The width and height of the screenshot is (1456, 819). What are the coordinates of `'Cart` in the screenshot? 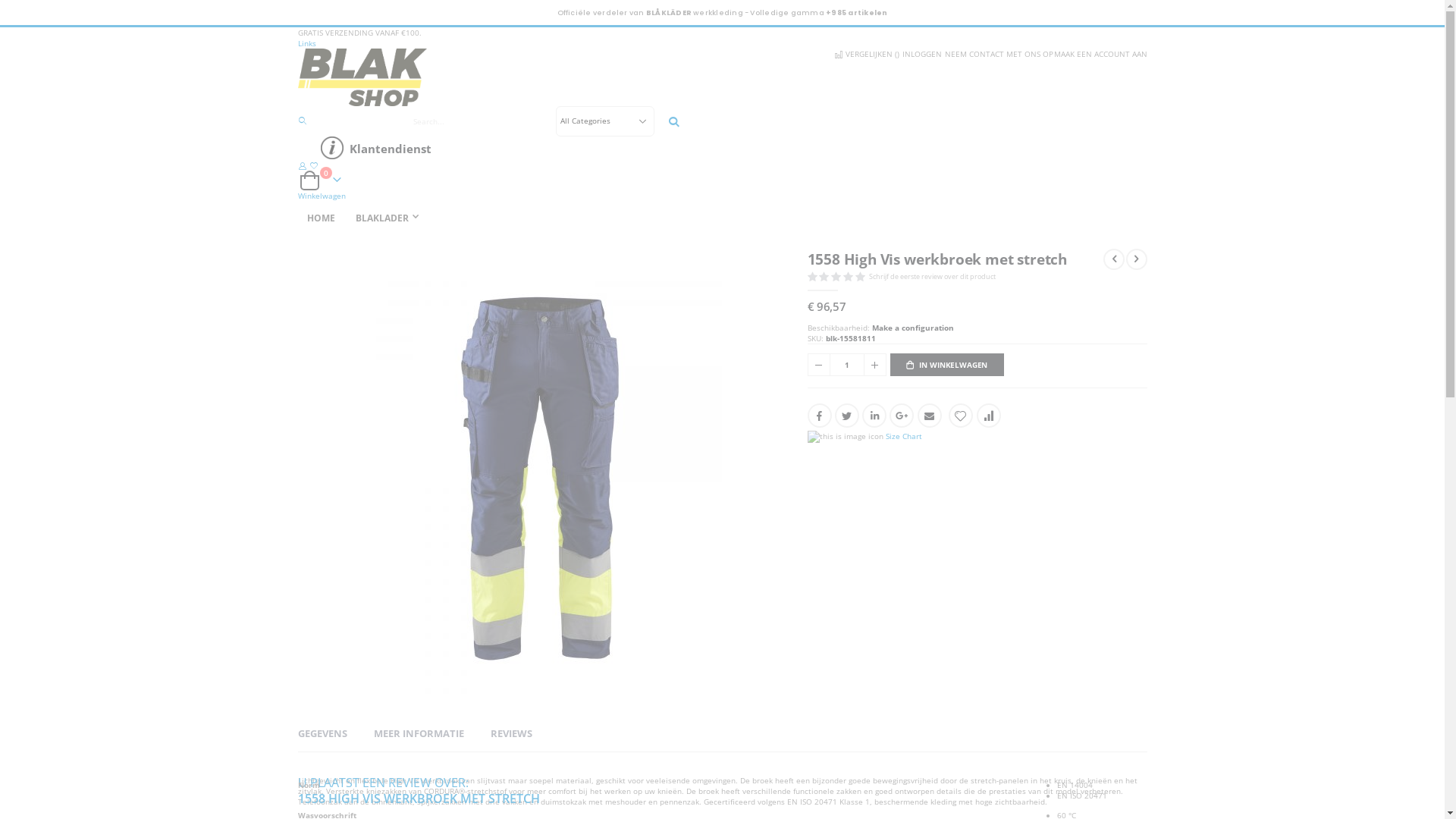 It's located at (320, 180).